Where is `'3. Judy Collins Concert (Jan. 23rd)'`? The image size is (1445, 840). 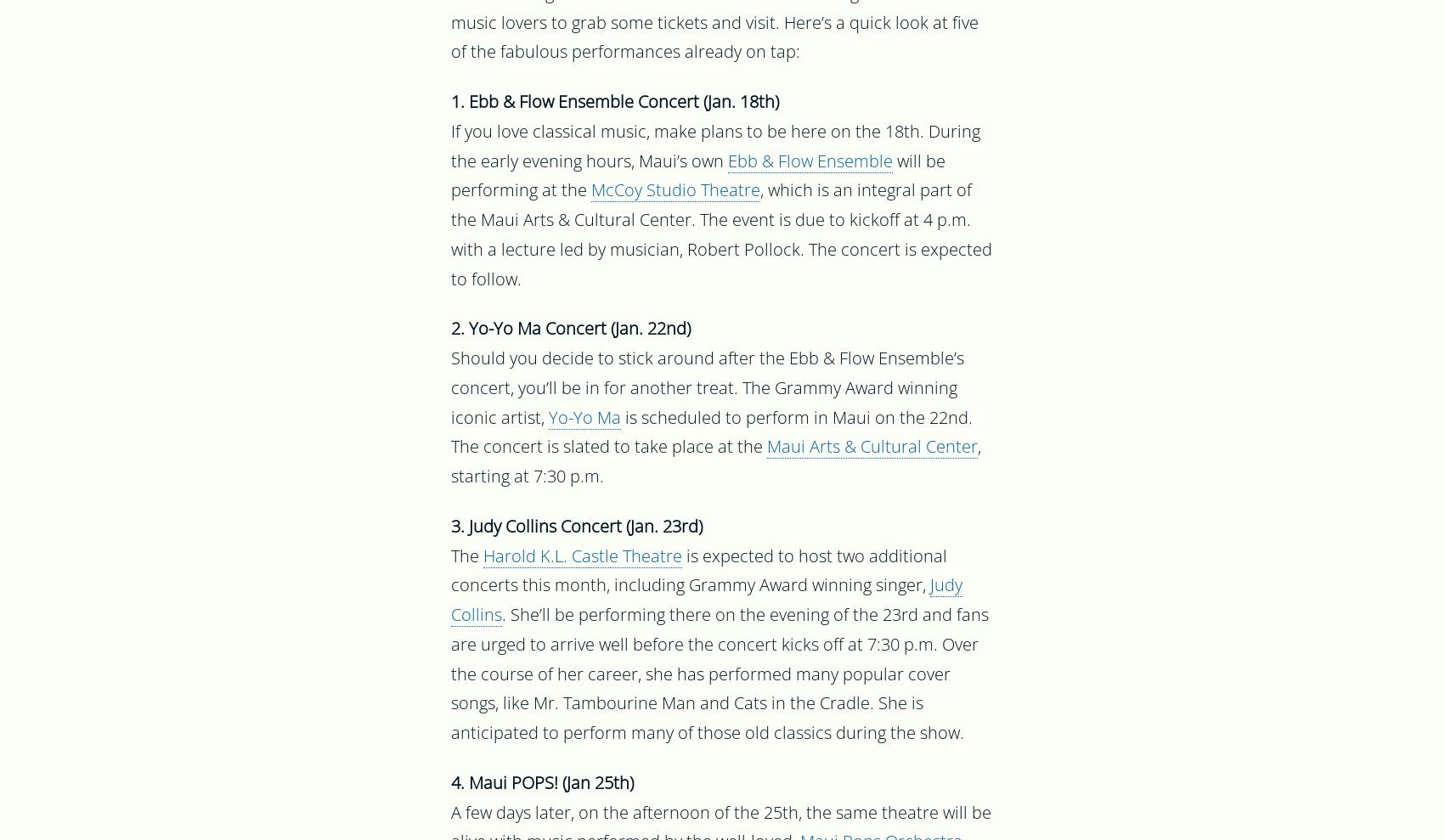 '3. Judy Collins Concert (Jan. 23rd)' is located at coordinates (450, 528).